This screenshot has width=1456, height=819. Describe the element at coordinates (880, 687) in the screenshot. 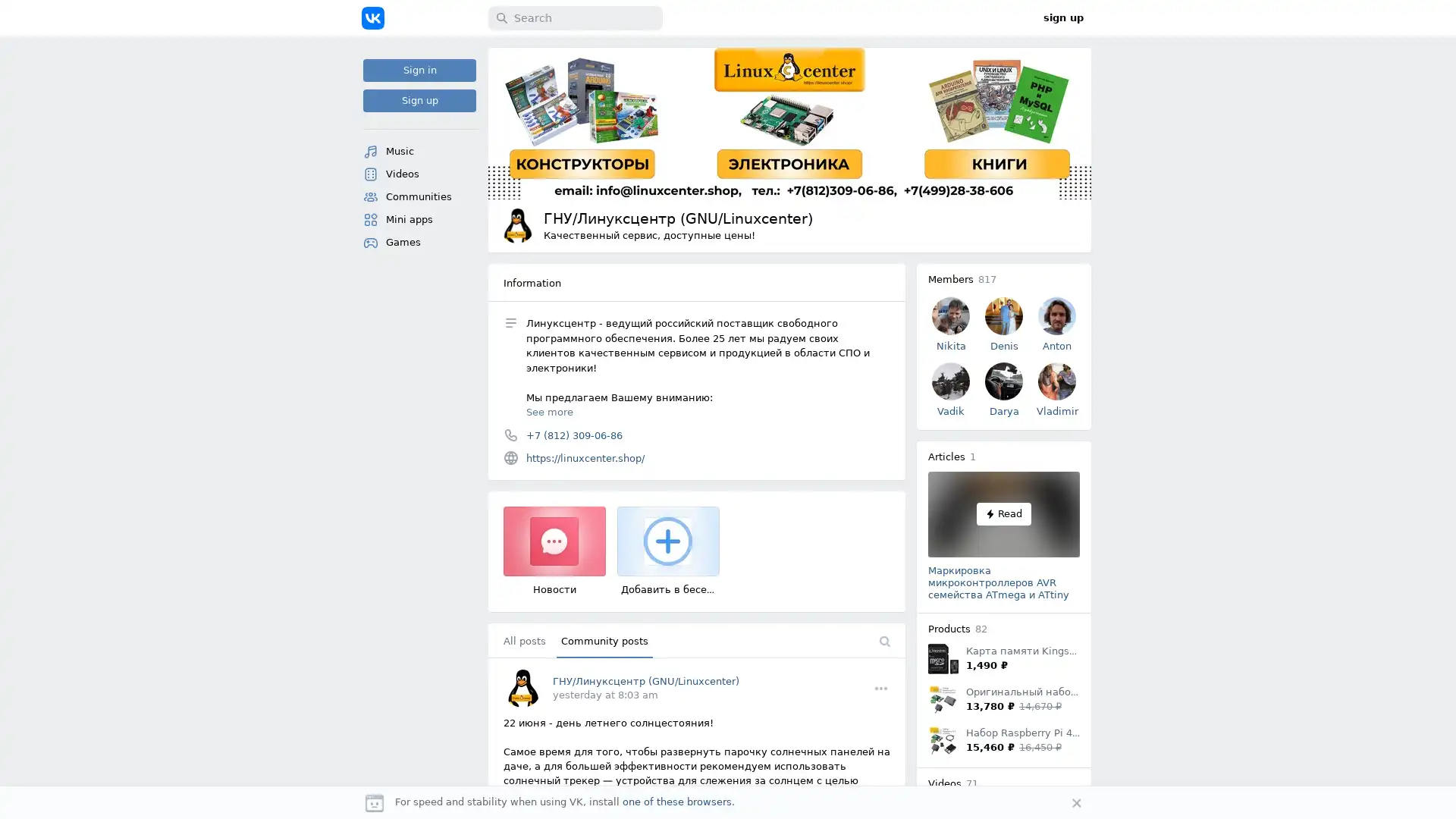

I see `Actions` at that location.